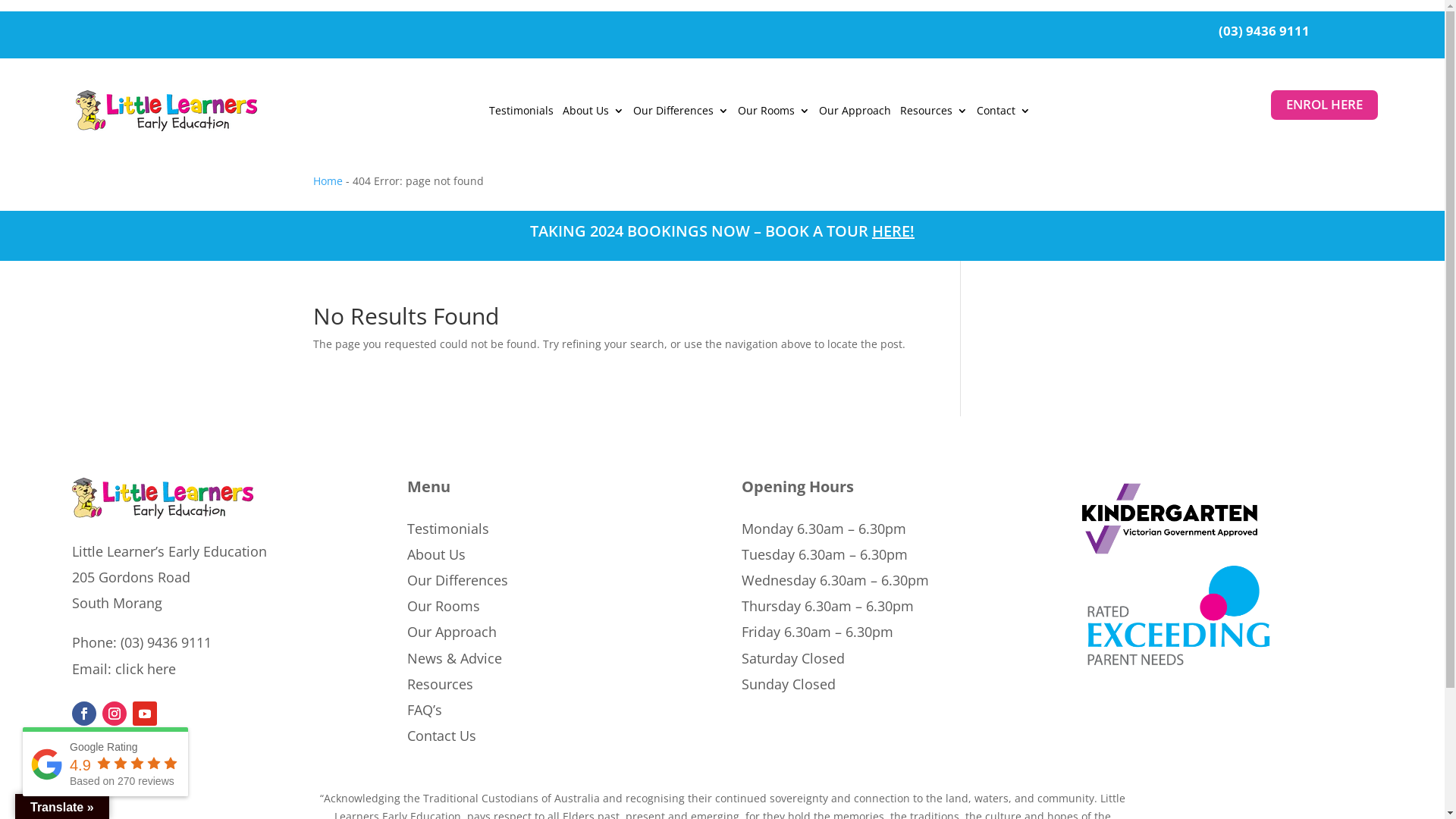  Describe the element at coordinates (83, 714) in the screenshot. I see `'Follow on Facebook'` at that location.